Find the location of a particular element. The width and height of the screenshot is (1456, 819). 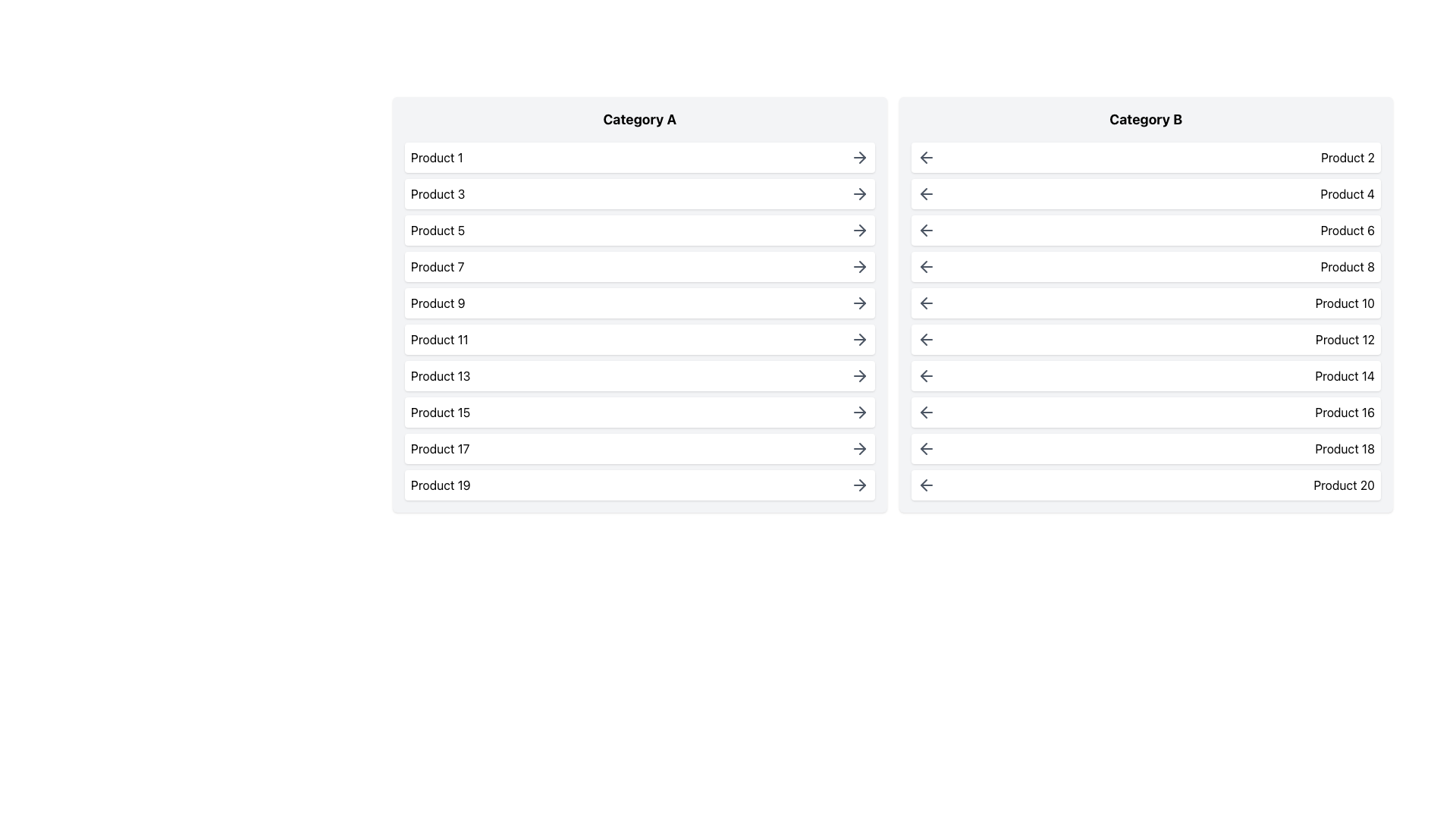

the text label displaying 'Product 5' in black font on a white background, located within the list under 'Category A', third from the top is located at coordinates (437, 231).